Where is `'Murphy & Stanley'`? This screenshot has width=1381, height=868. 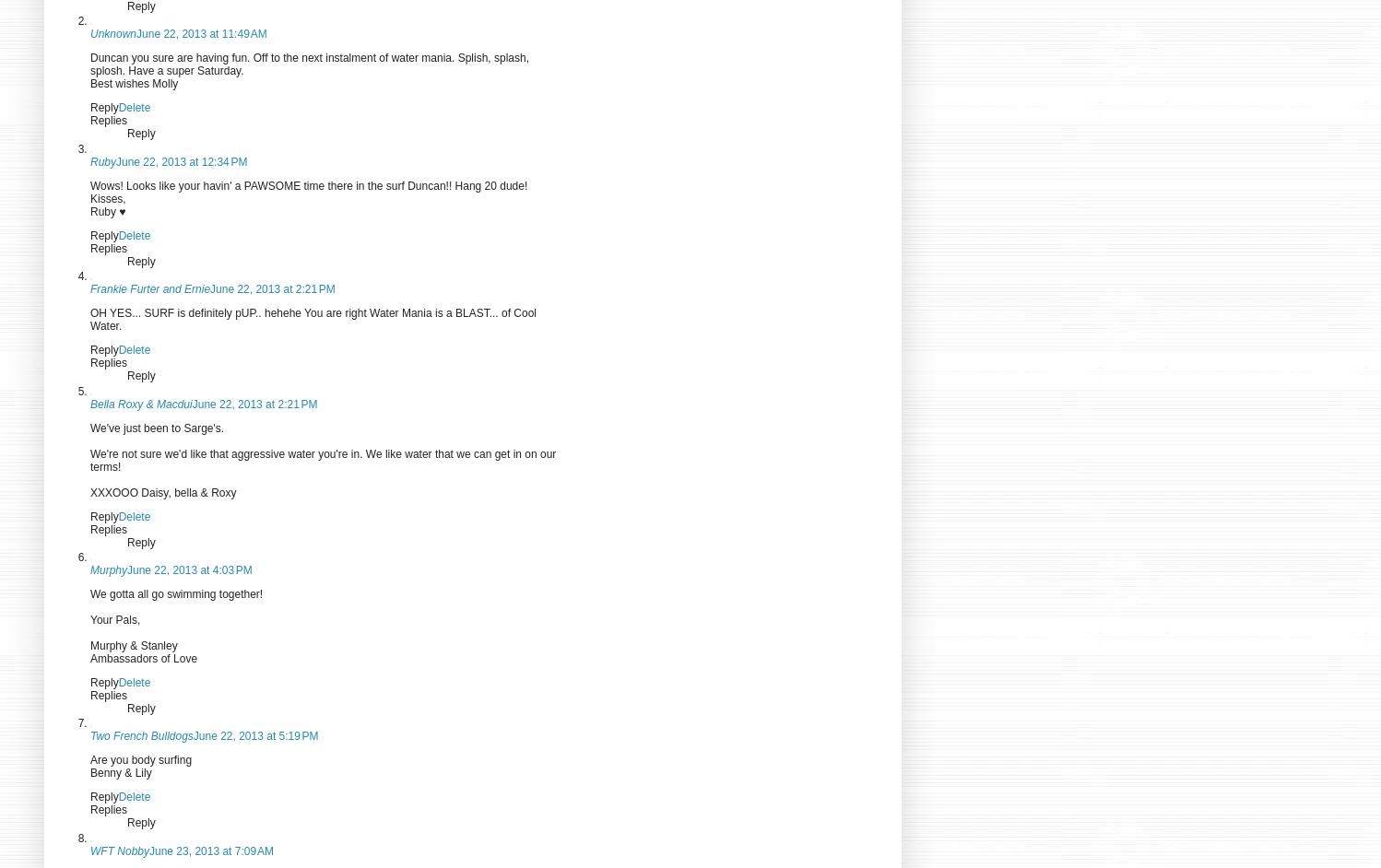 'Murphy & Stanley' is located at coordinates (134, 645).